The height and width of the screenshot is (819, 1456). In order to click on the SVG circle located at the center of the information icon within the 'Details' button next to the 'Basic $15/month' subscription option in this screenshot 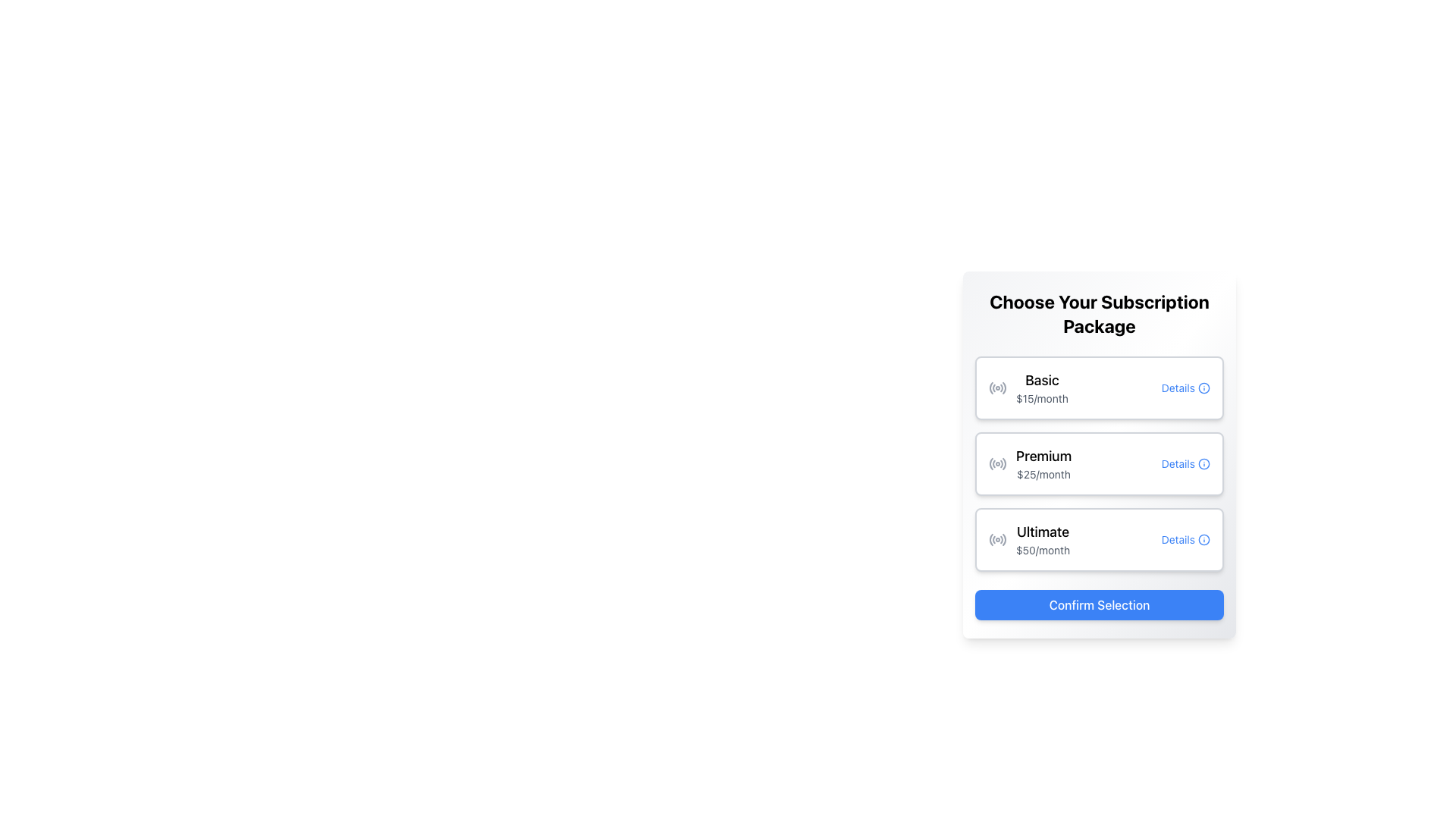, I will do `click(1203, 388)`.